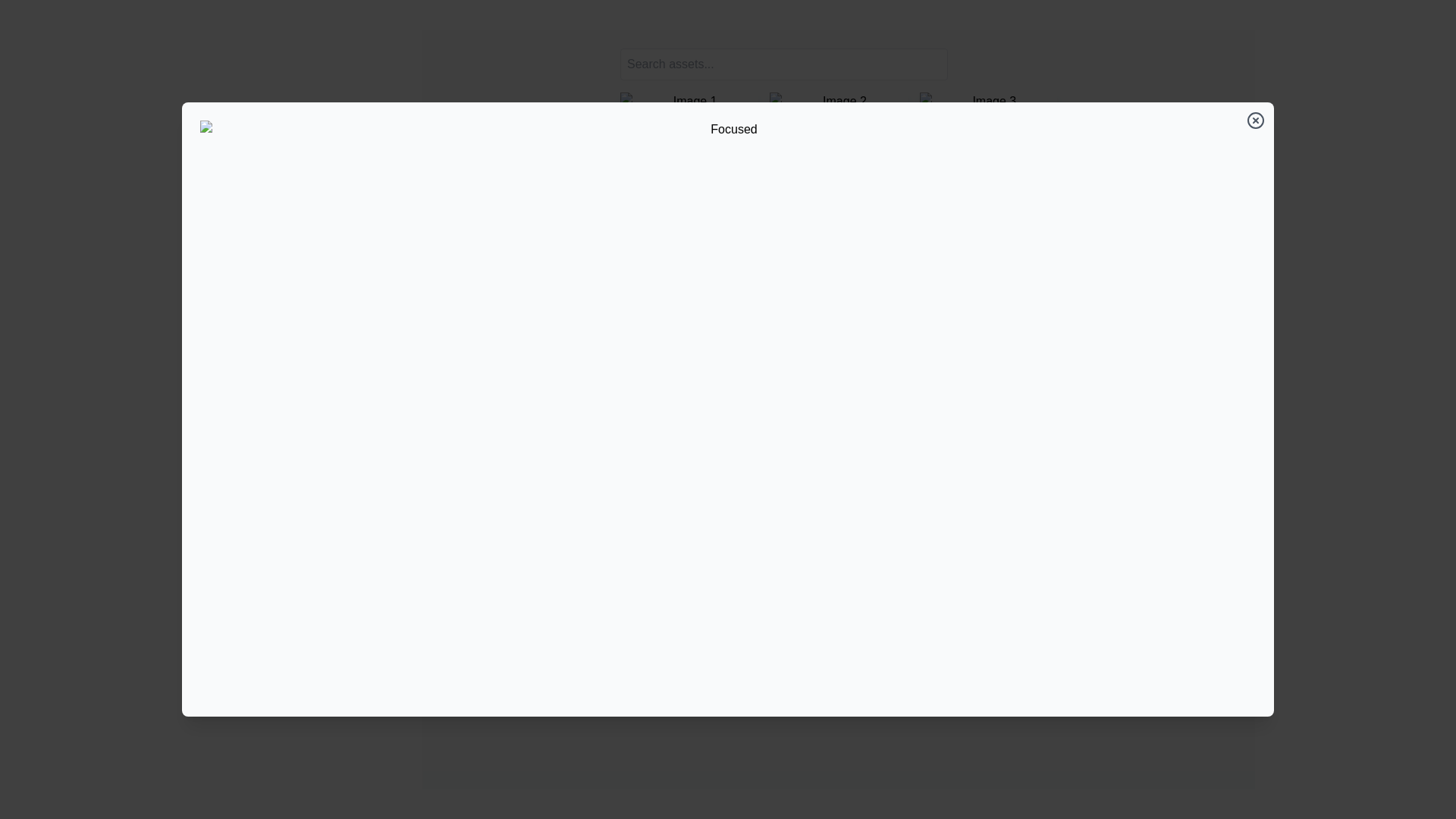 This screenshot has height=819, width=1456. What do you see at coordinates (1256, 119) in the screenshot?
I see `the circular close icon located in the top-right corner of the modal` at bounding box center [1256, 119].